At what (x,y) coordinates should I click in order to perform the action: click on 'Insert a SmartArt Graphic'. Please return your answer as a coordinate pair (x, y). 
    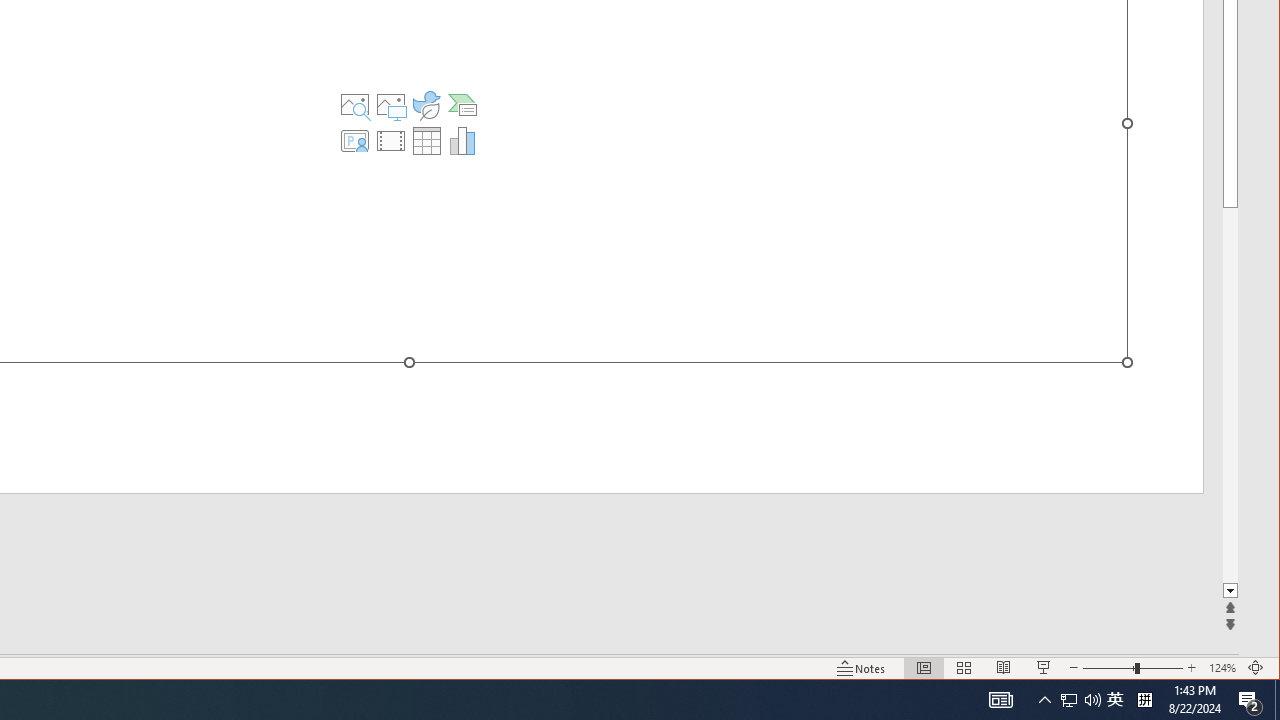
    Looking at the image, I should click on (461, 105).